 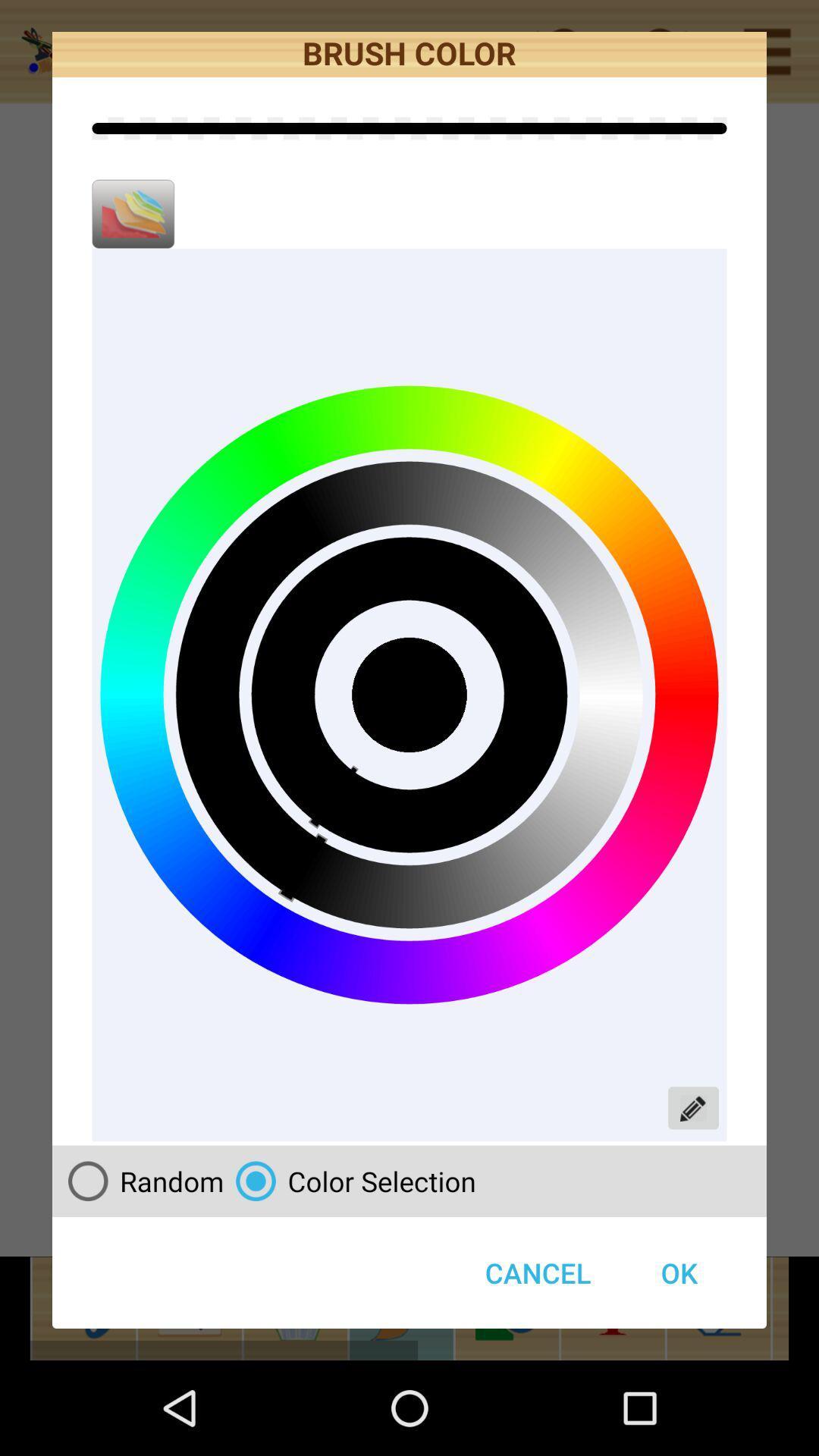 What do you see at coordinates (537, 1272) in the screenshot?
I see `the icon next to the random radio button` at bounding box center [537, 1272].